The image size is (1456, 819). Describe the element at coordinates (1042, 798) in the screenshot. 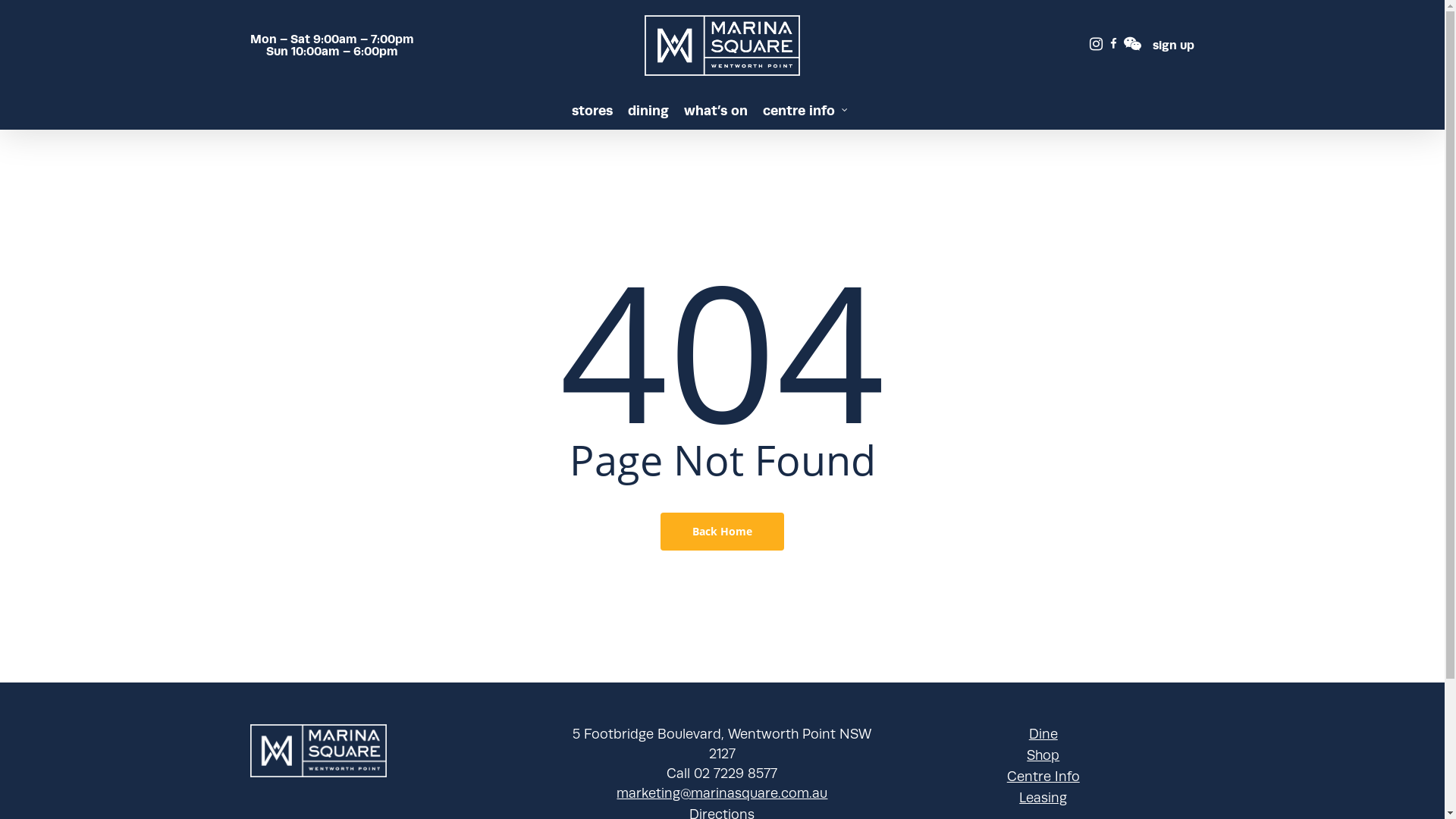

I see `'Leasing'` at that location.